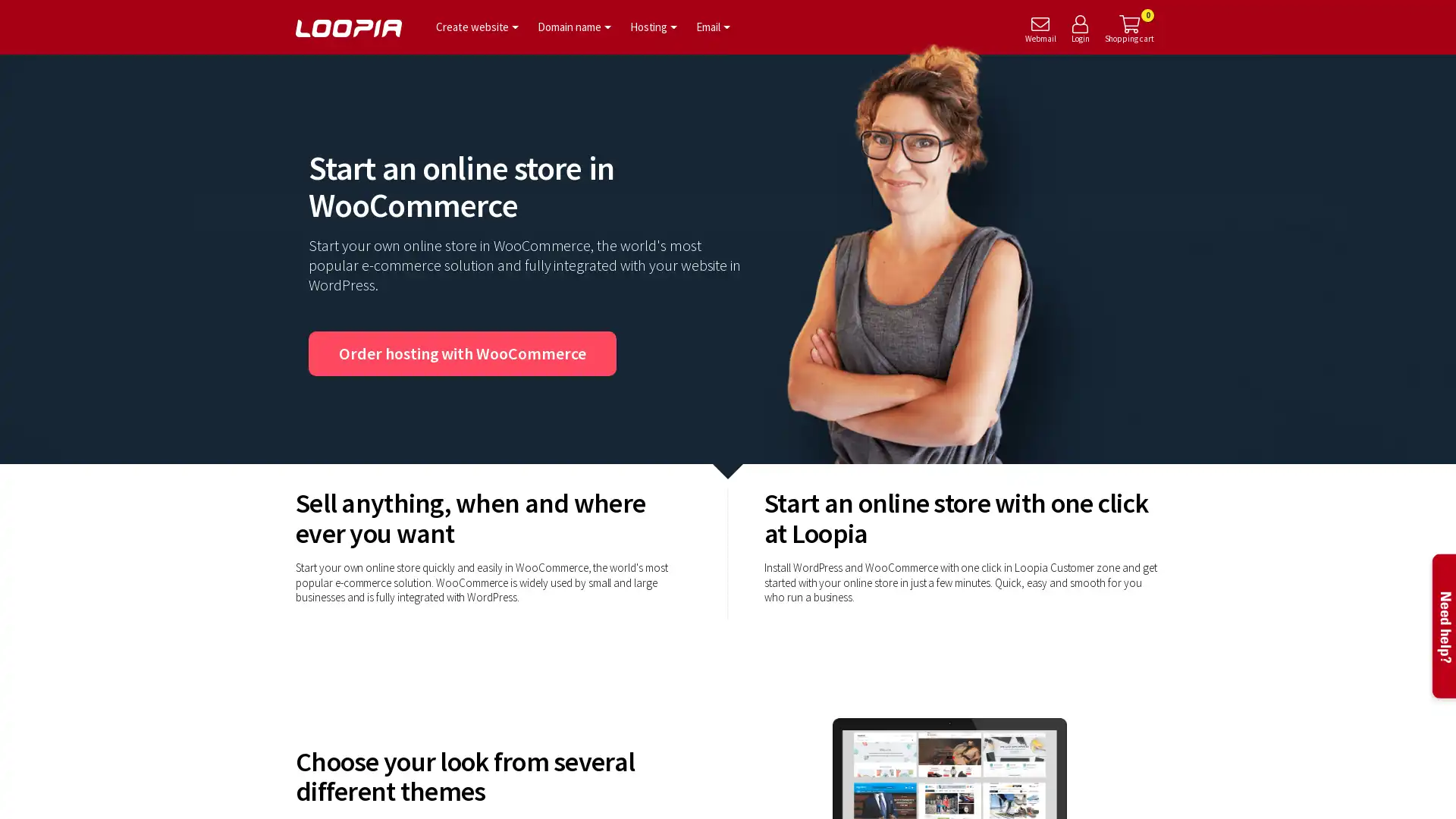 The width and height of the screenshot is (1456, 819). What do you see at coordinates (461, 353) in the screenshot?
I see `Order hosting with WooCommerce` at bounding box center [461, 353].